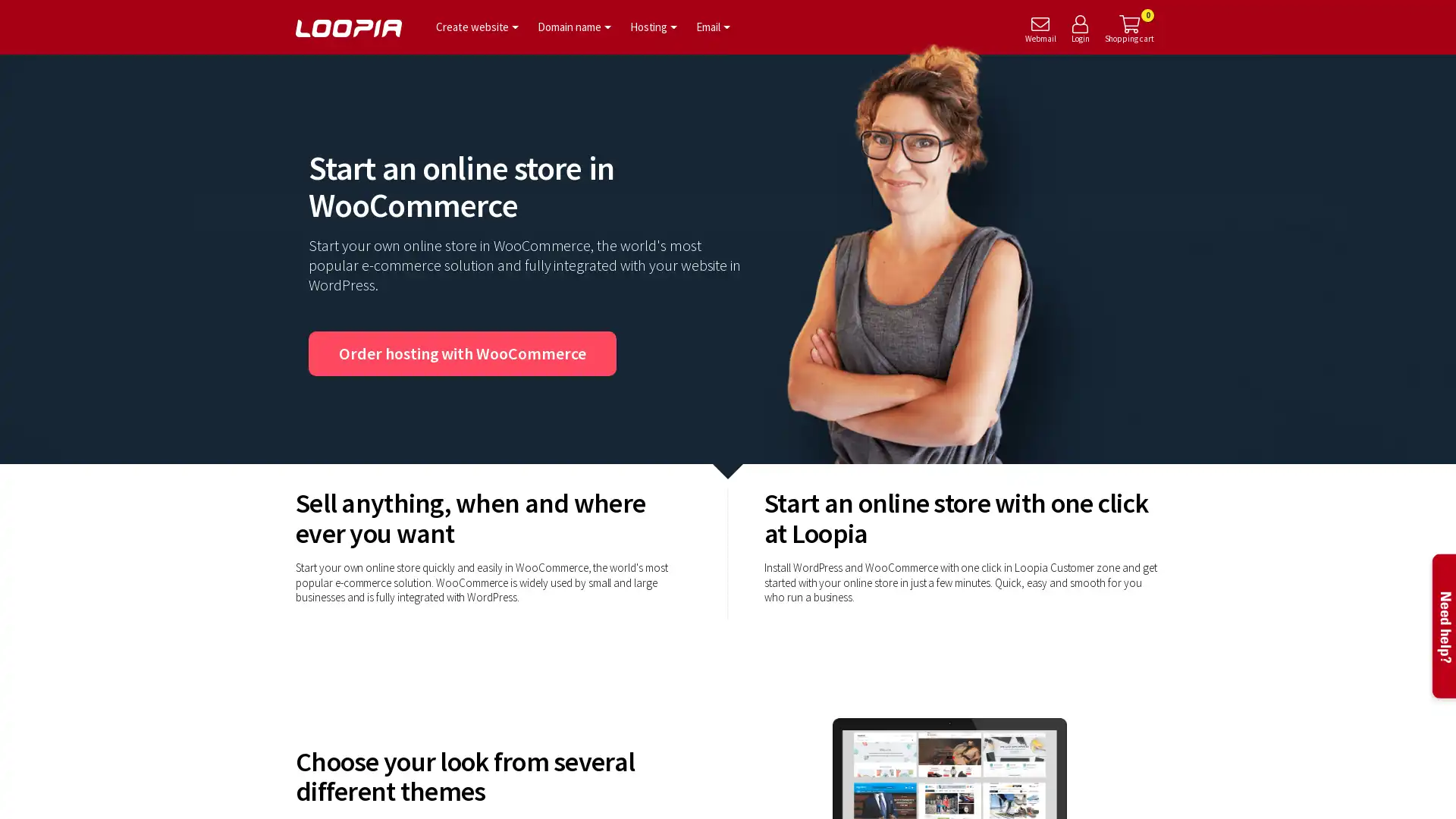 The width and height of the screenshot is (1456, 819). What do you see at coordinates (461, 353) in the screenshot?
I see `Order hosting with WooCommerce` at bounding box center [461, 353].